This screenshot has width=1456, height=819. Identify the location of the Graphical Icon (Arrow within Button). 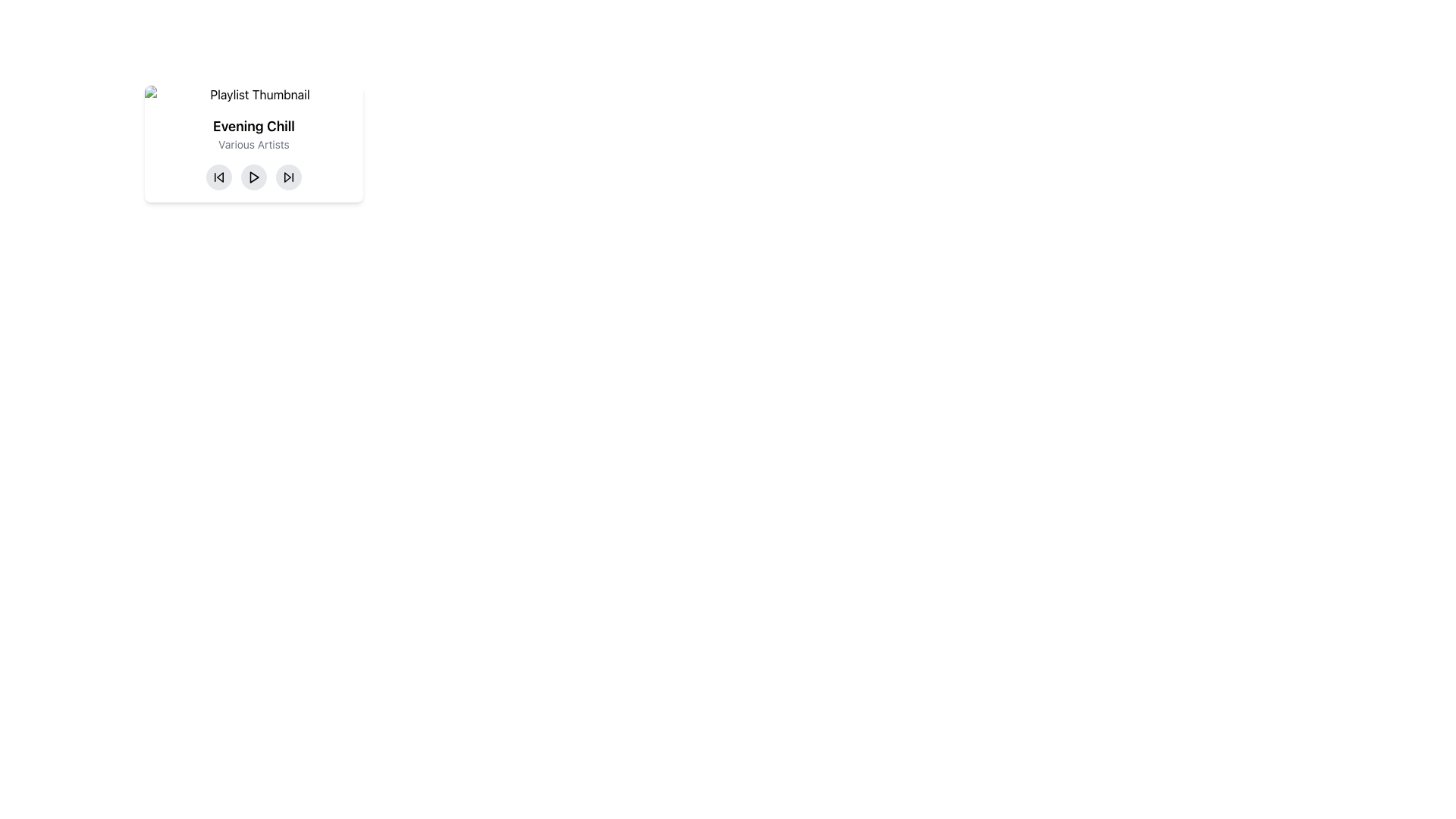
(287, 177).